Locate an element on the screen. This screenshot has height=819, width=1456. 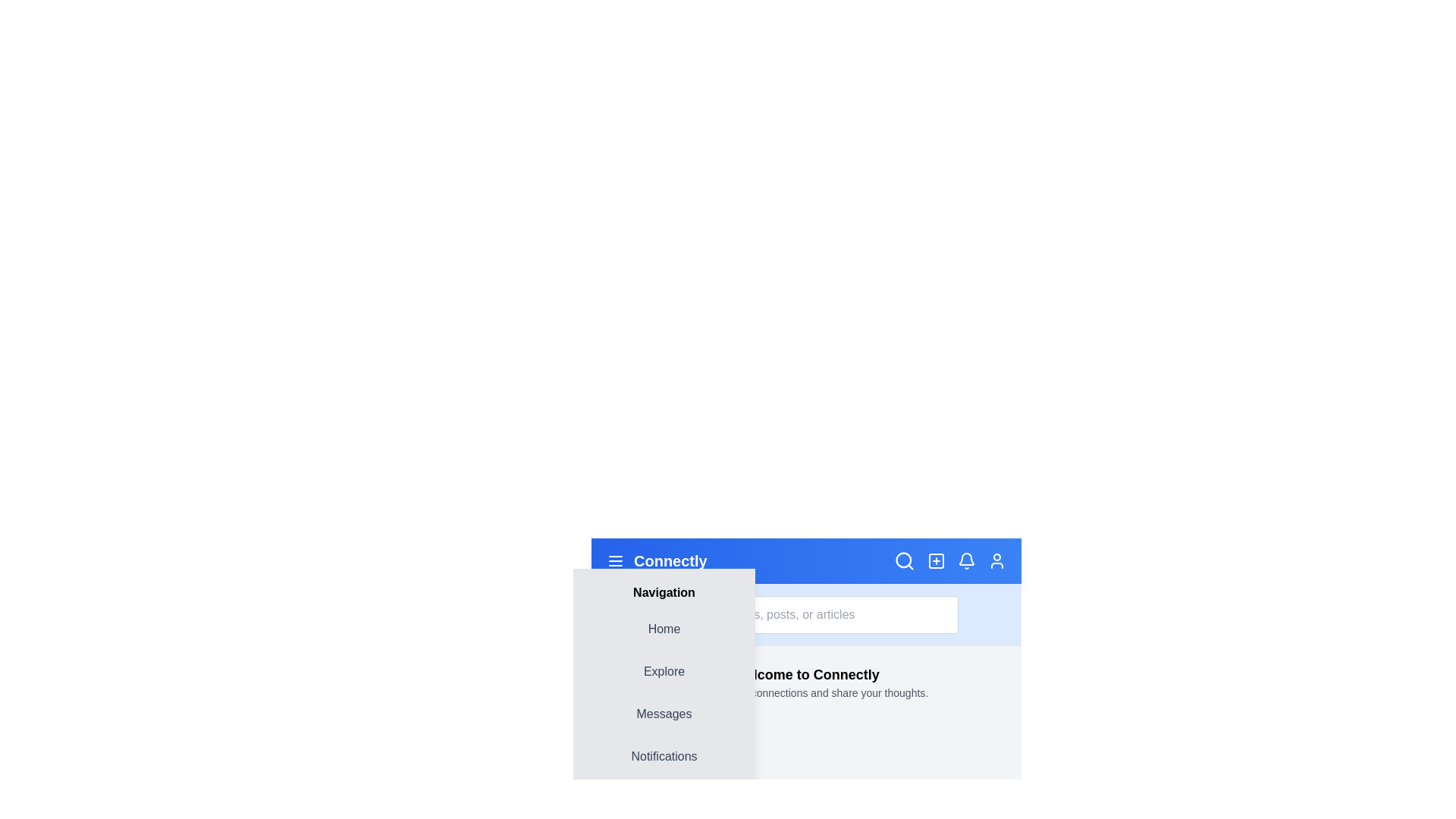
the search icon to toggle the search bar's visibility is located at coordinates (905, 561).